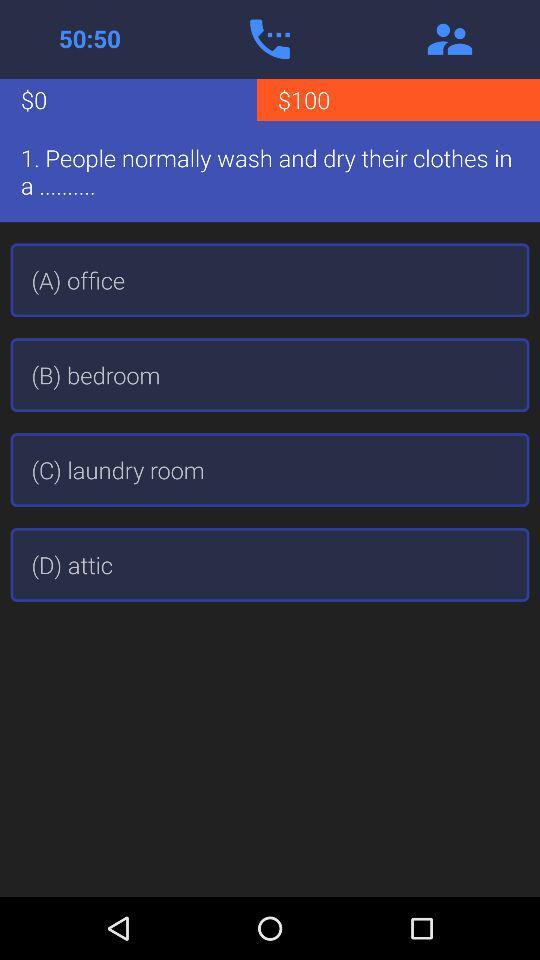 This screenshot has width=540, height=960. What do you see at coordinates (270, 279) in the screenshot?
I see `item below 1 people normally` at bounding box center [270, 279].